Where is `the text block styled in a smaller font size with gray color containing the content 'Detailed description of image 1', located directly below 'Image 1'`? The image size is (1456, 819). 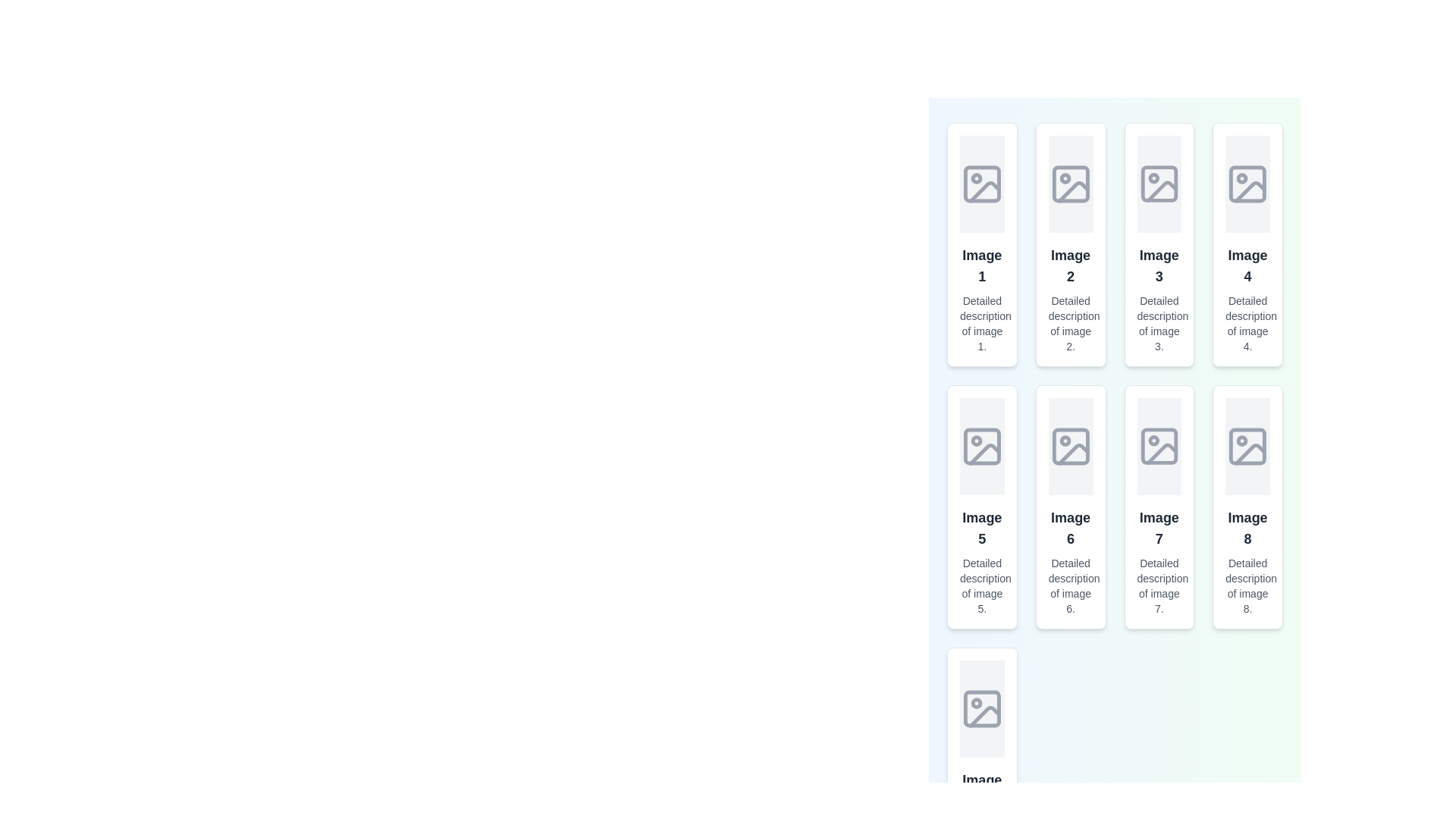
the text block styled in a smaller font size with gray color containing the content 'Detailed description of image 1', located directly below 'Image 1' is located at coordinates (982, 323).